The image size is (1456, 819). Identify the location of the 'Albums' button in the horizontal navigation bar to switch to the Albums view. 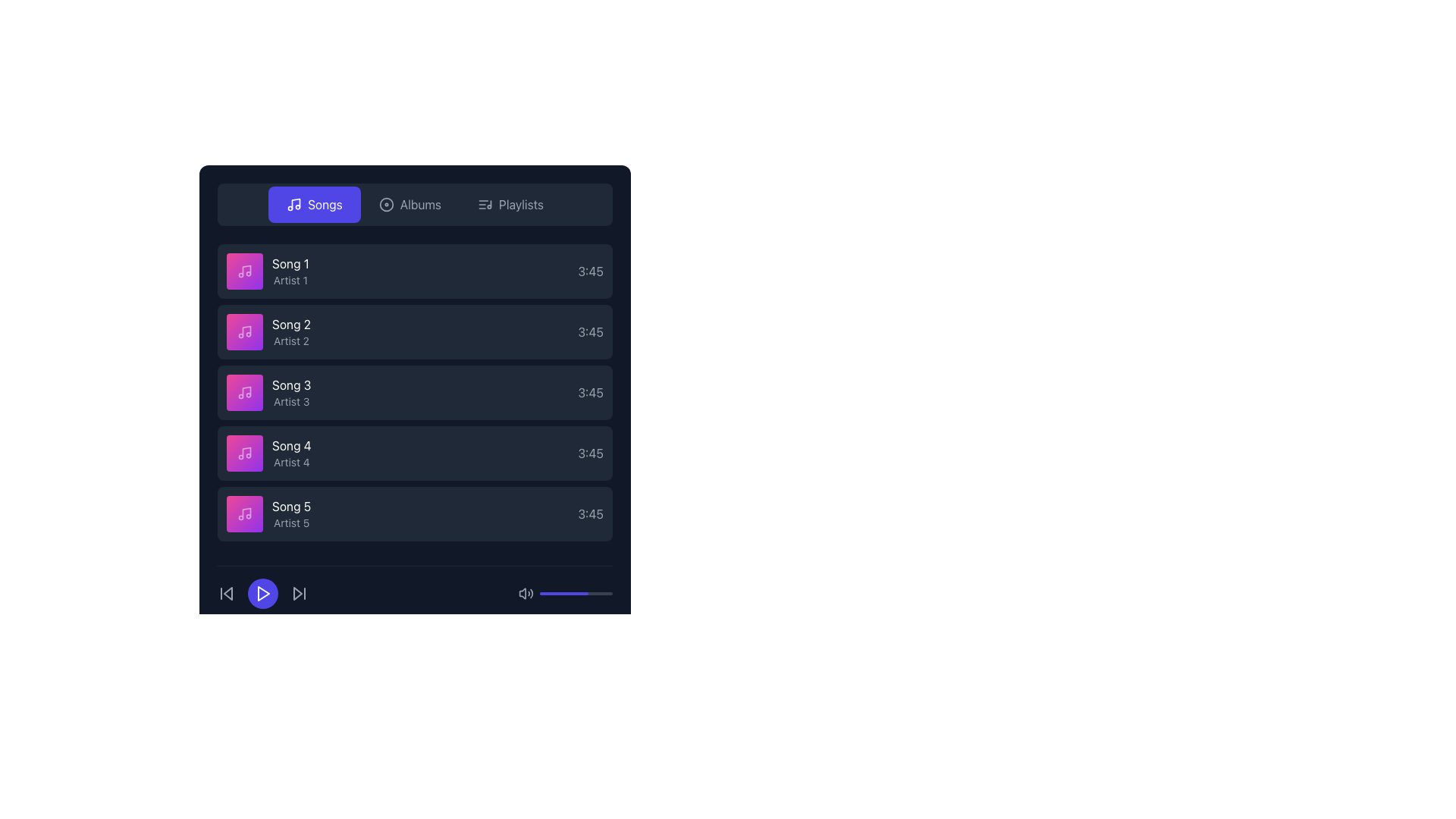
(409, 205).